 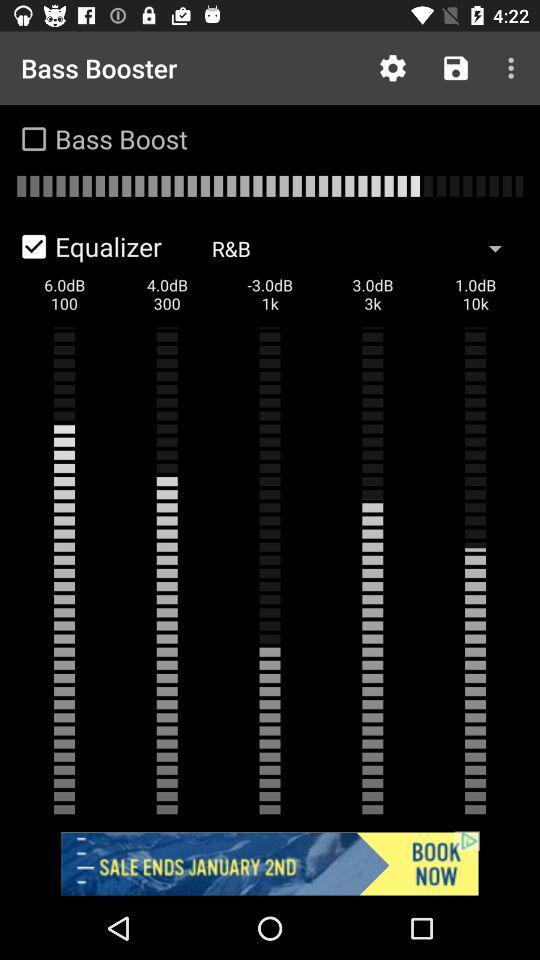 What do you see at coordinates (270, 863) in the screenshot?
I see `open advertisement` at bounding box center [270, 863].